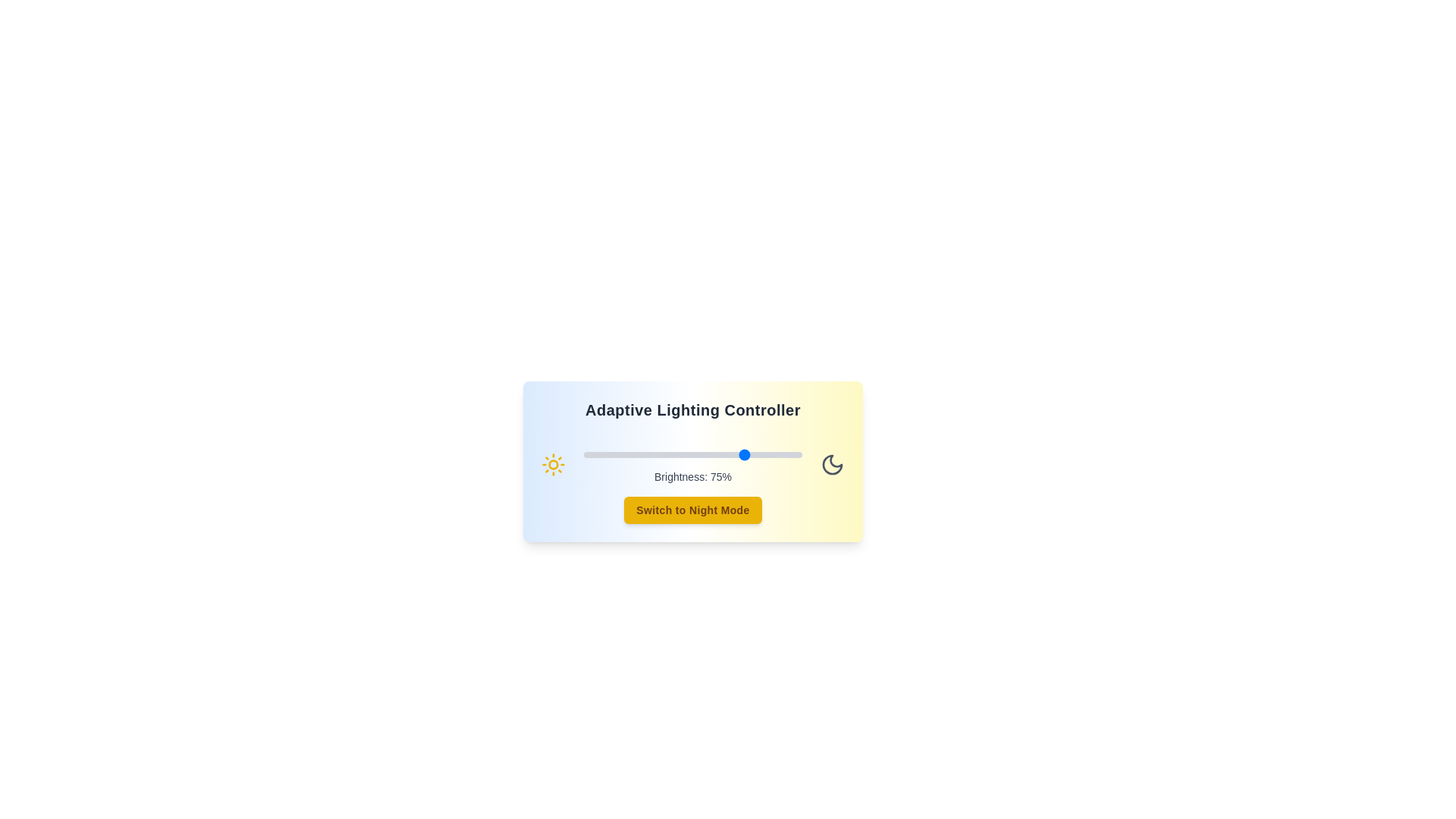 Image resolution: width=1456 pixels, height=819 pixels. Describe the element at coordinates (585, 454) in the screenshot. I see `the brightness level` at that location.